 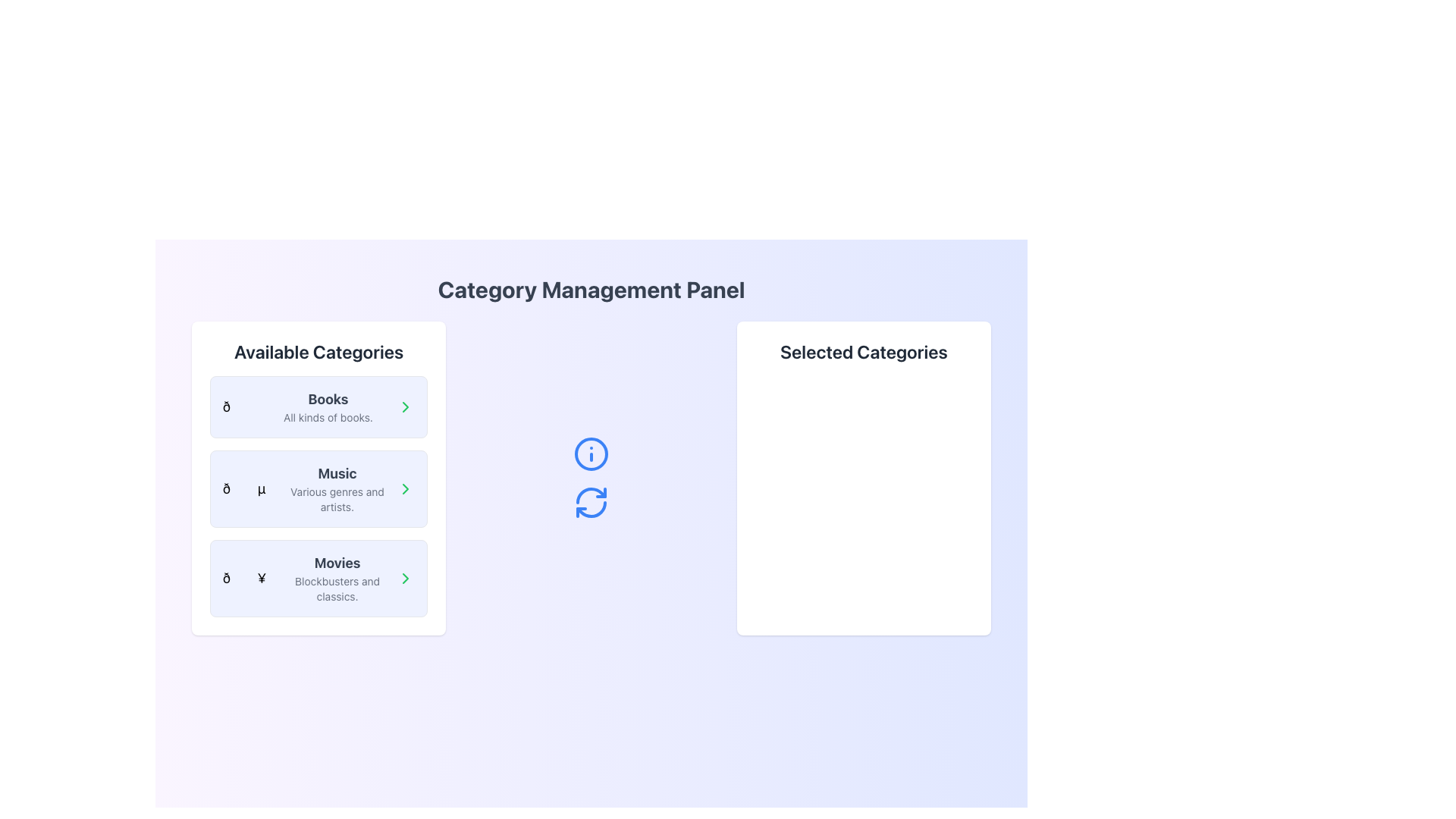 What do you see at coordinates (309, 579) in the screenshot?
I see `the 'Movies' category list item in the 'Available Categories' section` at bounding box center [309, 579].